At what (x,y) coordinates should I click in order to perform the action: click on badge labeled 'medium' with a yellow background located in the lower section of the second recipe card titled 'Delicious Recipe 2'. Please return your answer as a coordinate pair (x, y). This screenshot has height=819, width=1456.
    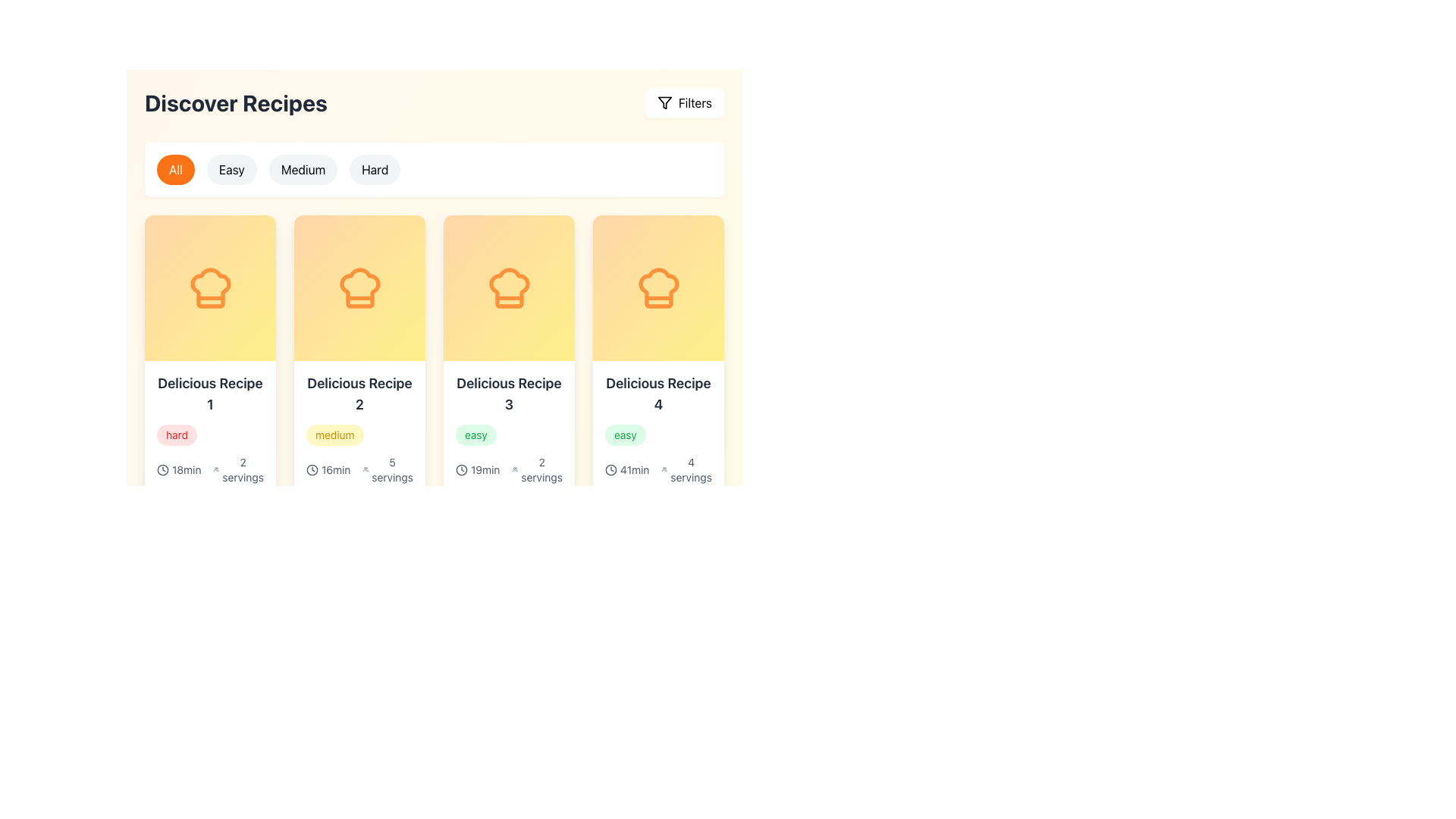
    Looking at the image, I should click on (483, 772).